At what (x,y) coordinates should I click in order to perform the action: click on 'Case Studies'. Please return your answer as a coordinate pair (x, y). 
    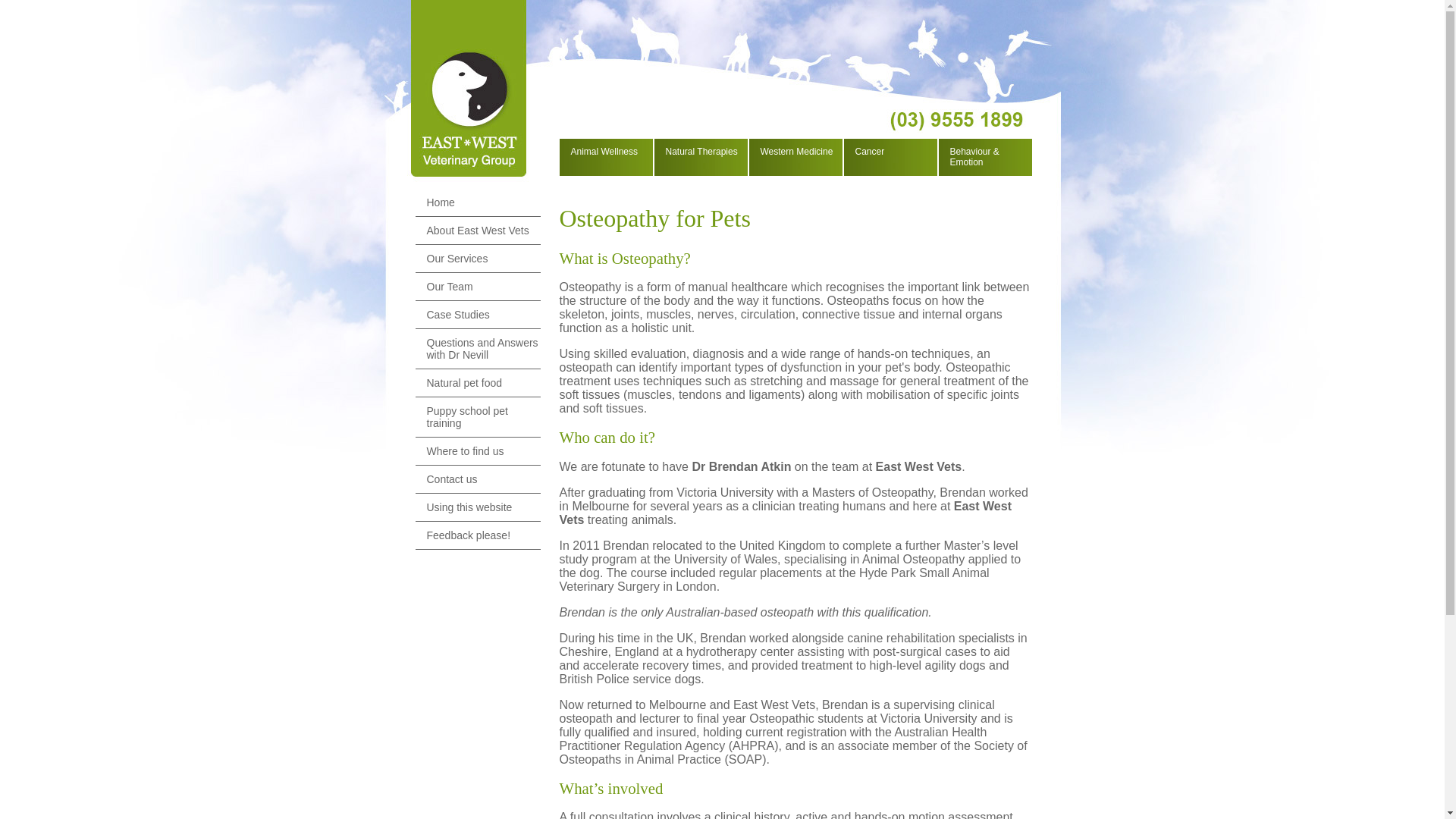
    Looking at the image, I should click on (477, 314).